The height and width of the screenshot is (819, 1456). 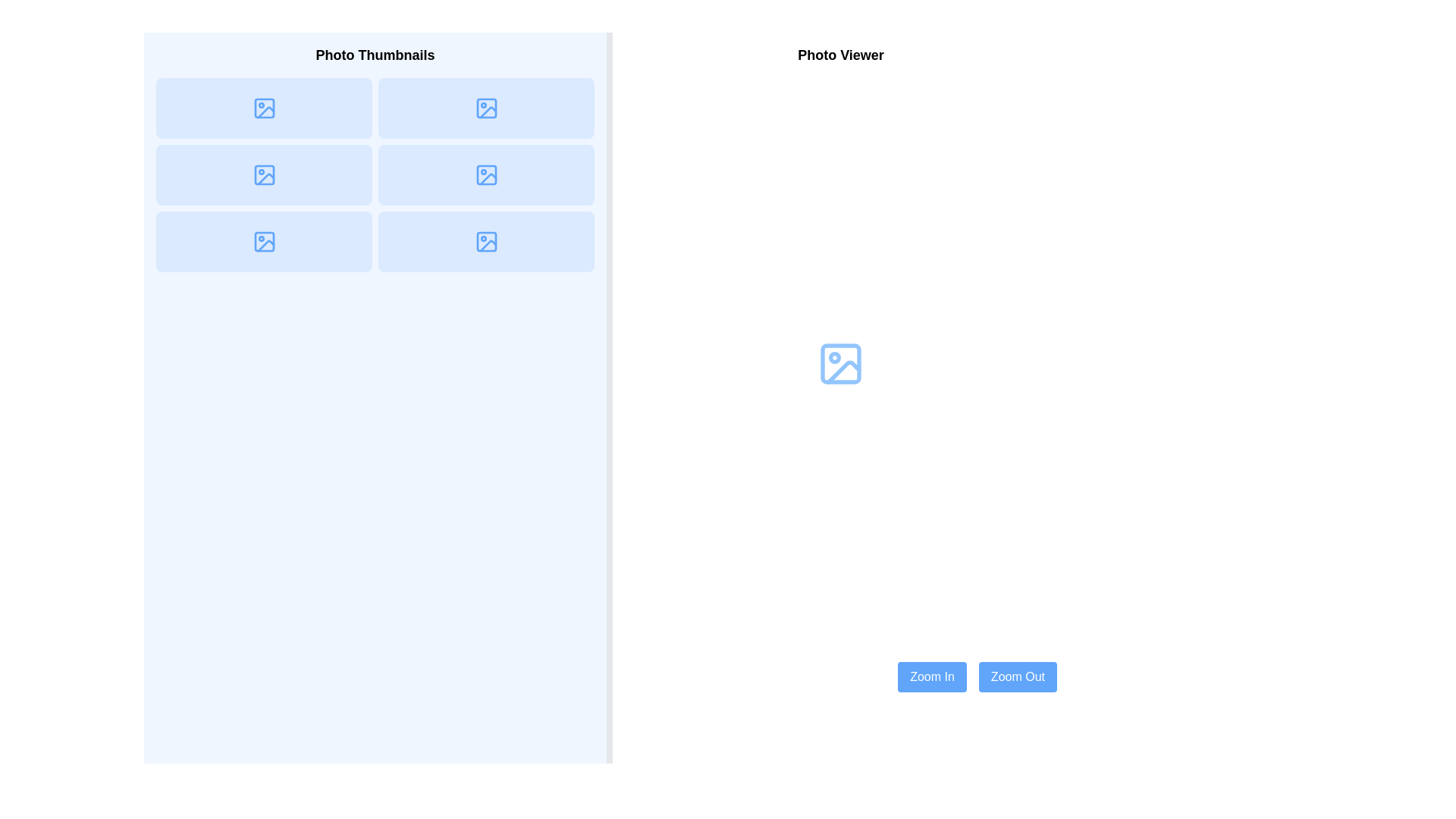 What do you see at coordinates (839, 363) in the screenshot?
I see `the blue icon resembling an image placeholder with a circular detail and a line inside a rectangular outline, located centrally in the 'Photo Viewer' region` at bounding box center [839, 363].